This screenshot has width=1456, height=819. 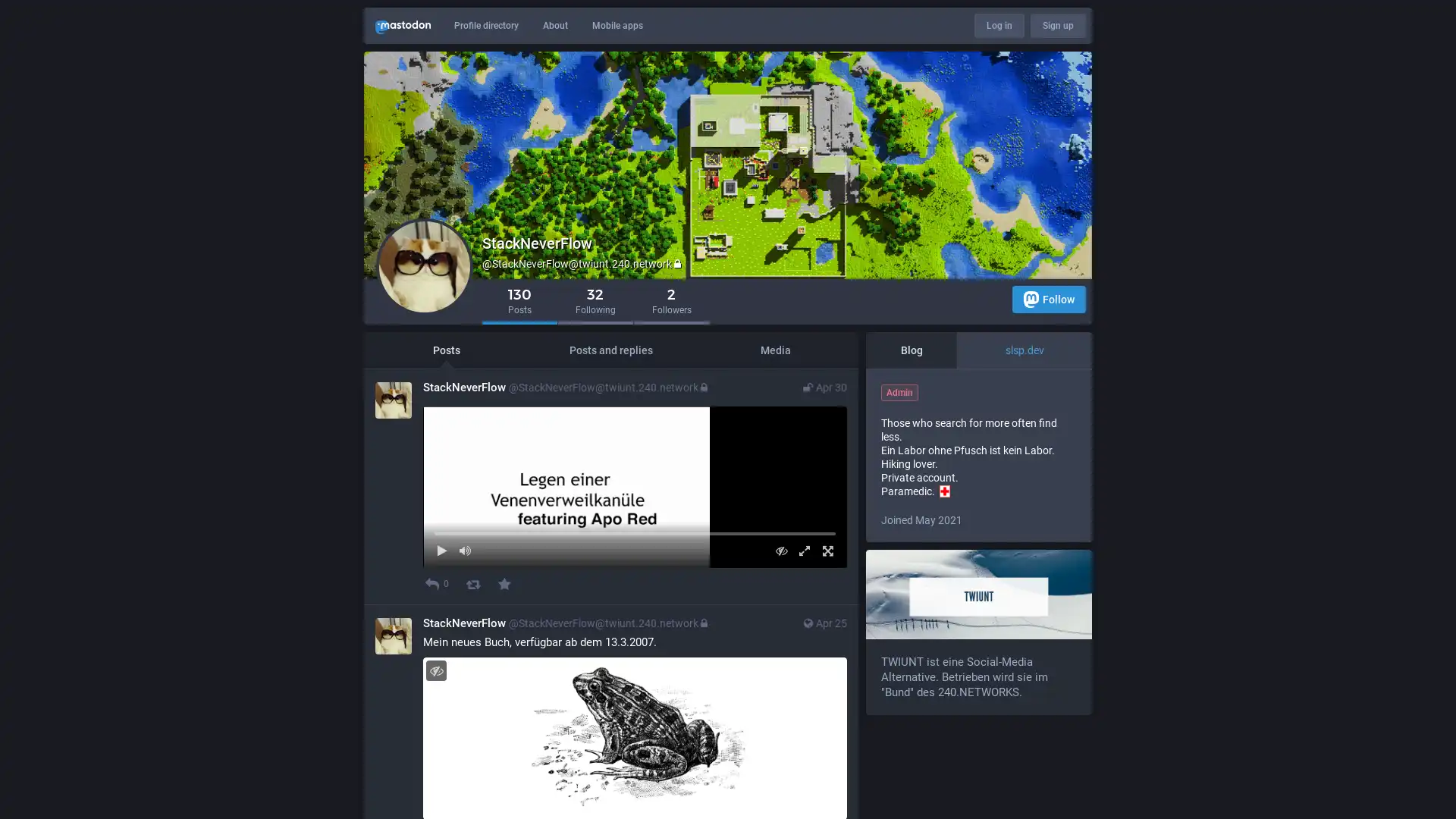 What do you see at coordinates (803, 627) in the screenshot?
I see `Expand video` at bounding box center [803, 627].